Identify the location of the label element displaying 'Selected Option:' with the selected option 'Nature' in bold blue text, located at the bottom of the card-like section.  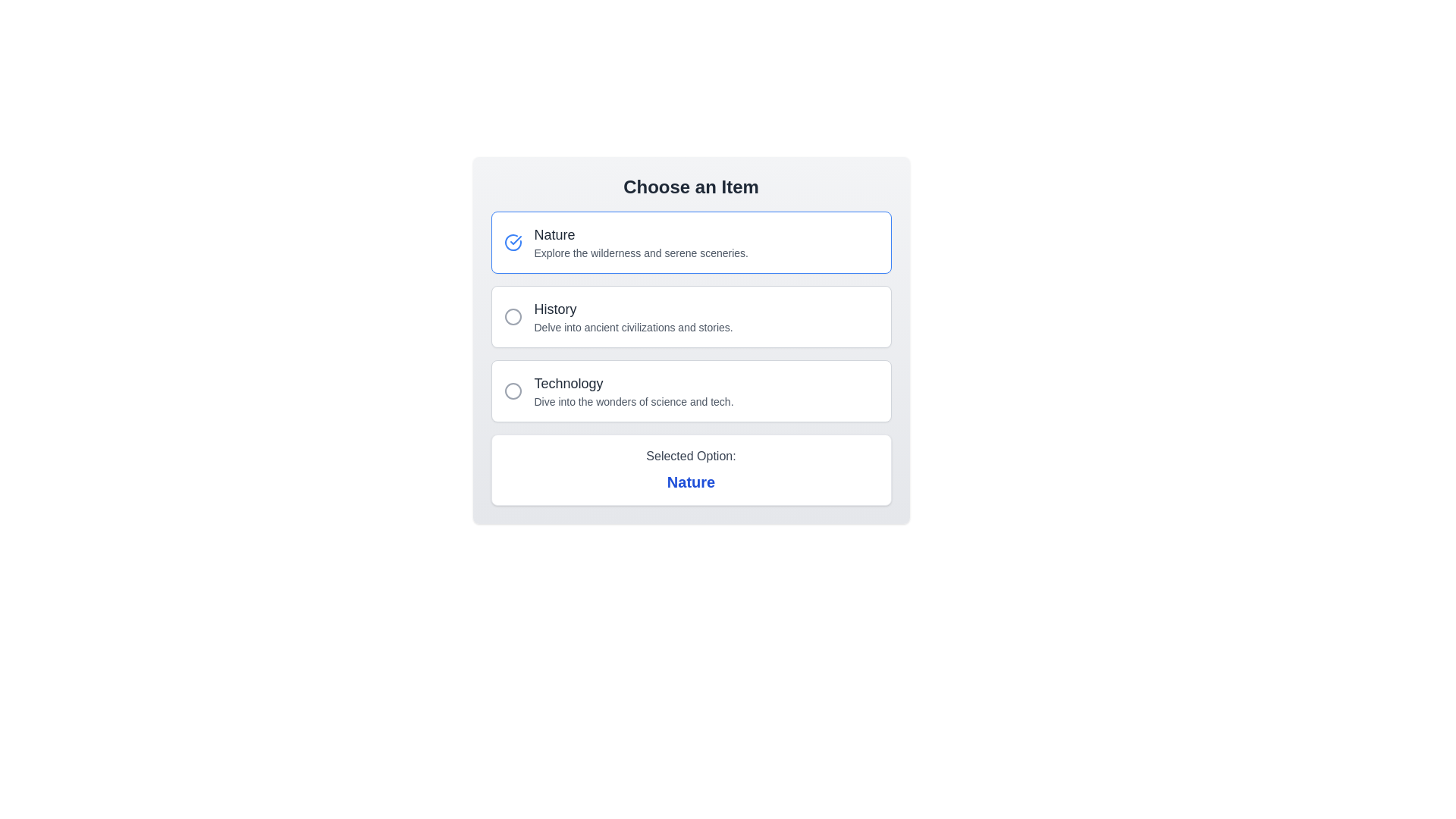
(690, 469).